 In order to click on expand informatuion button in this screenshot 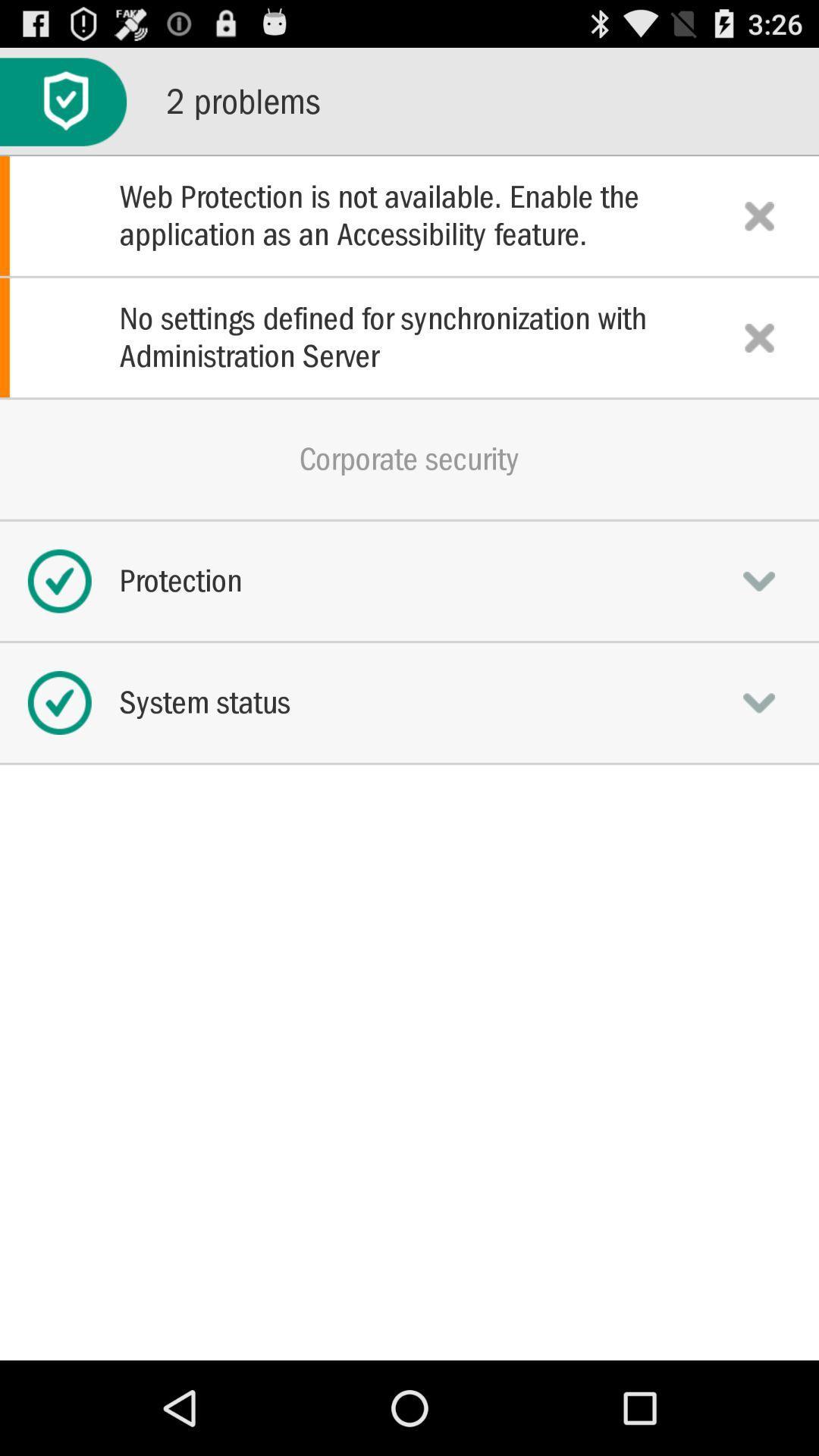, I will do `click(759, 580)`.